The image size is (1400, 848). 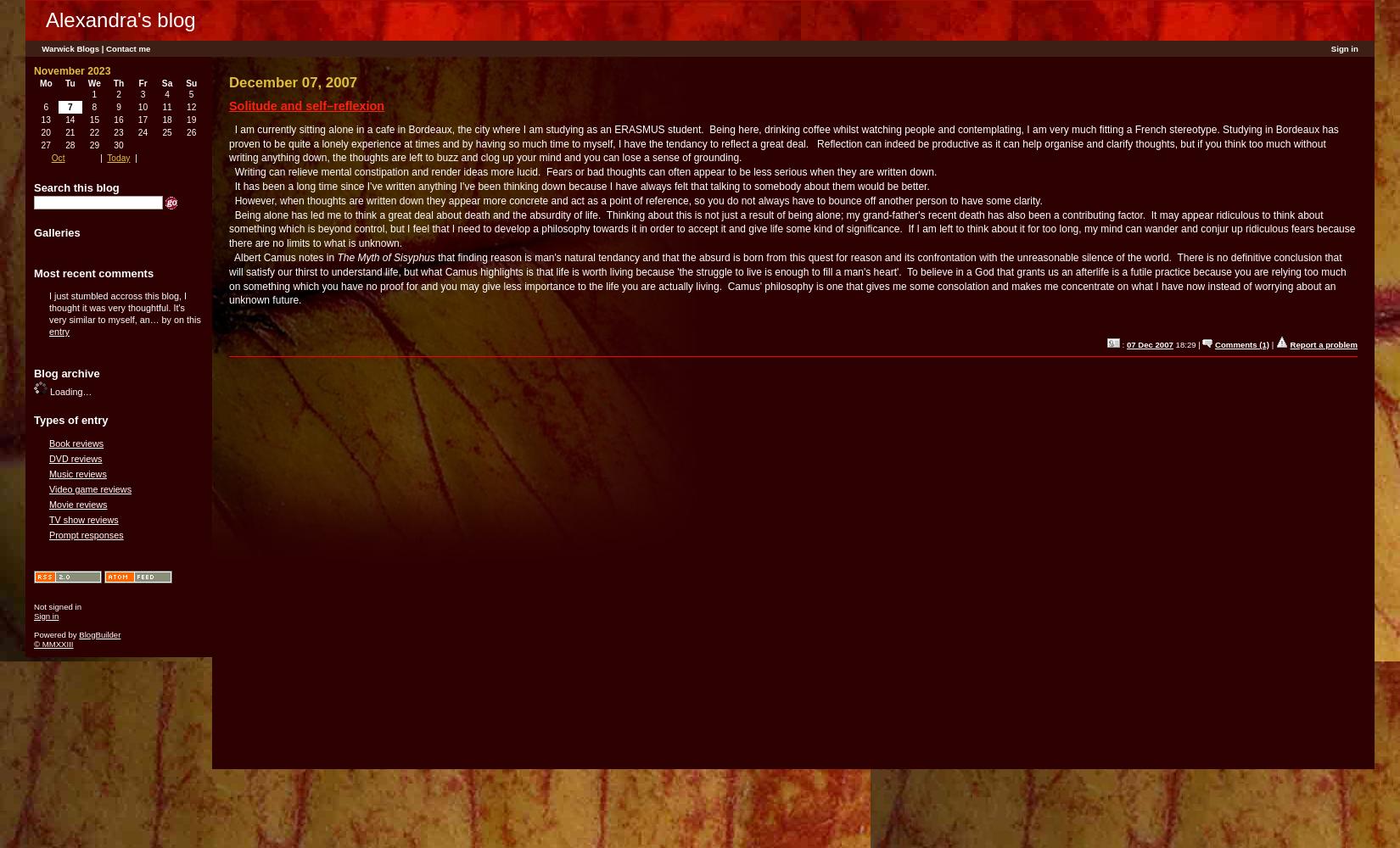 What do you see at coordinates (66, 372) in the screenshot?
I see `'Blog archive'` at bounding box center [66, 372].